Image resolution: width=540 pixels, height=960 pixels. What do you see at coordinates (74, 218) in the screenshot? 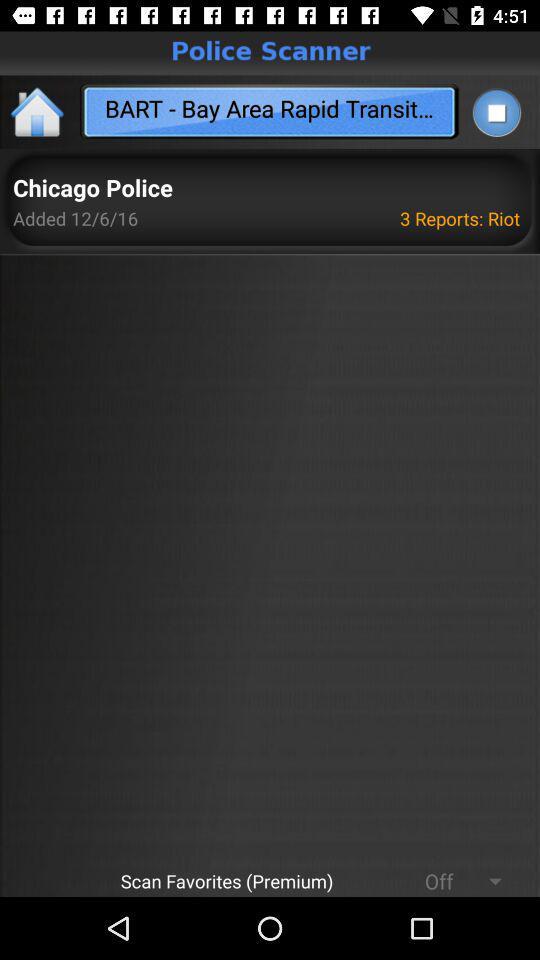
I see `icon next to 3 reports: riot icon` at bounding box center [74, 218].